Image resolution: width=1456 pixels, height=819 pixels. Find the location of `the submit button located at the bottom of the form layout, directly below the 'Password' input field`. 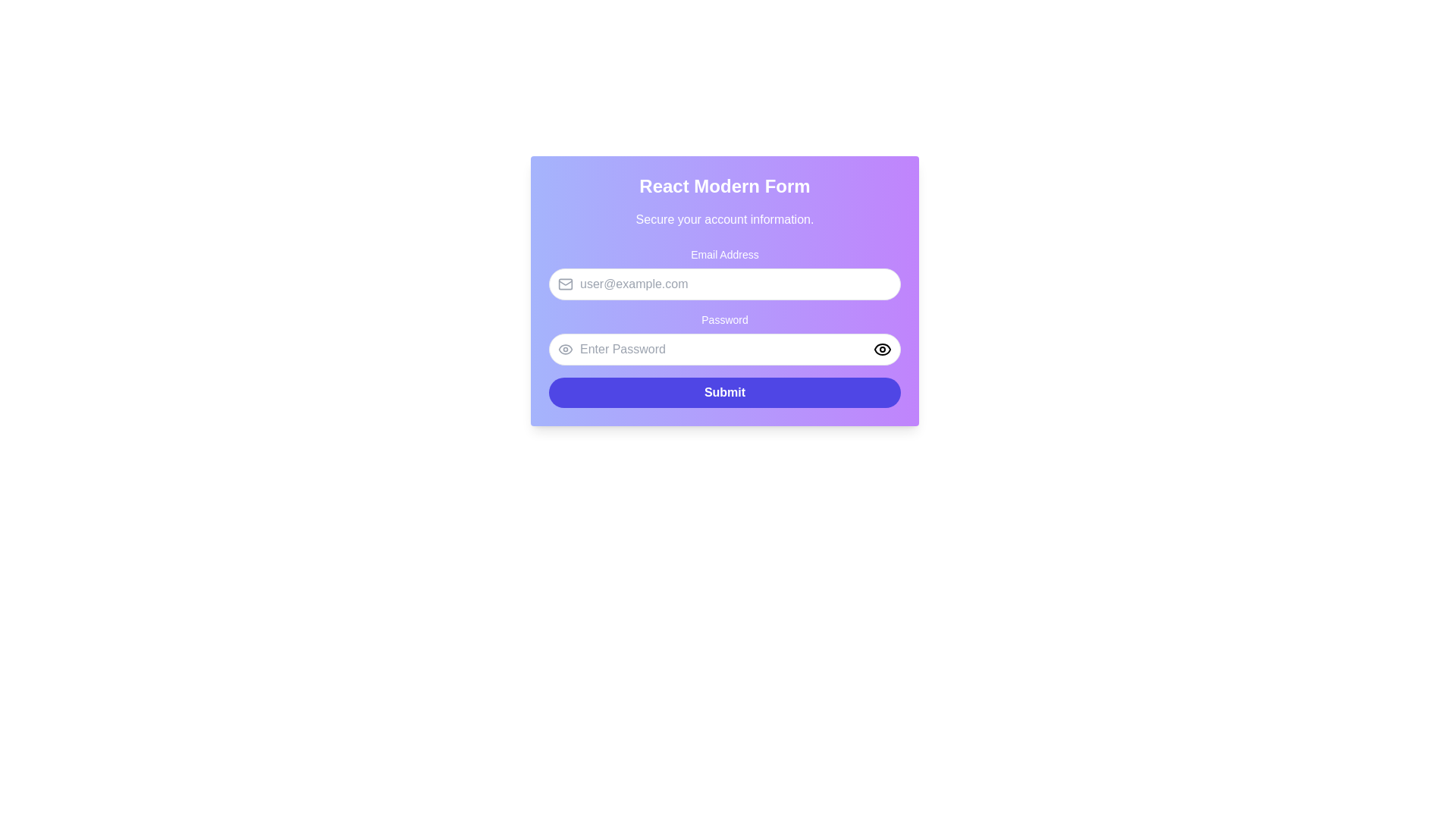

the submit button located at the bottom of the form layout, directly below the 'Password' input field is located at coordinates (723, 391).